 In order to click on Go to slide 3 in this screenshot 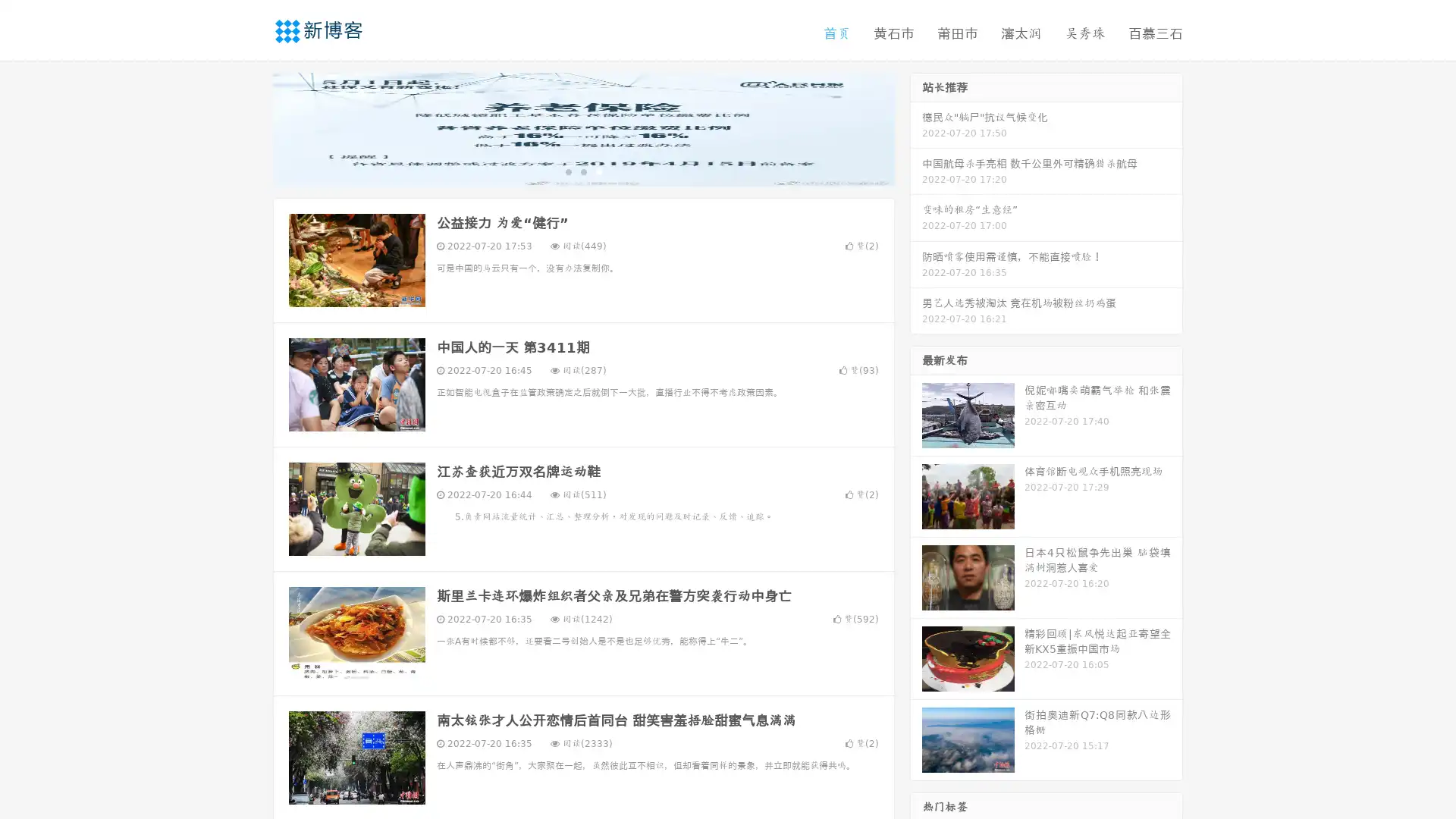, I will do `click(598, 171)`.